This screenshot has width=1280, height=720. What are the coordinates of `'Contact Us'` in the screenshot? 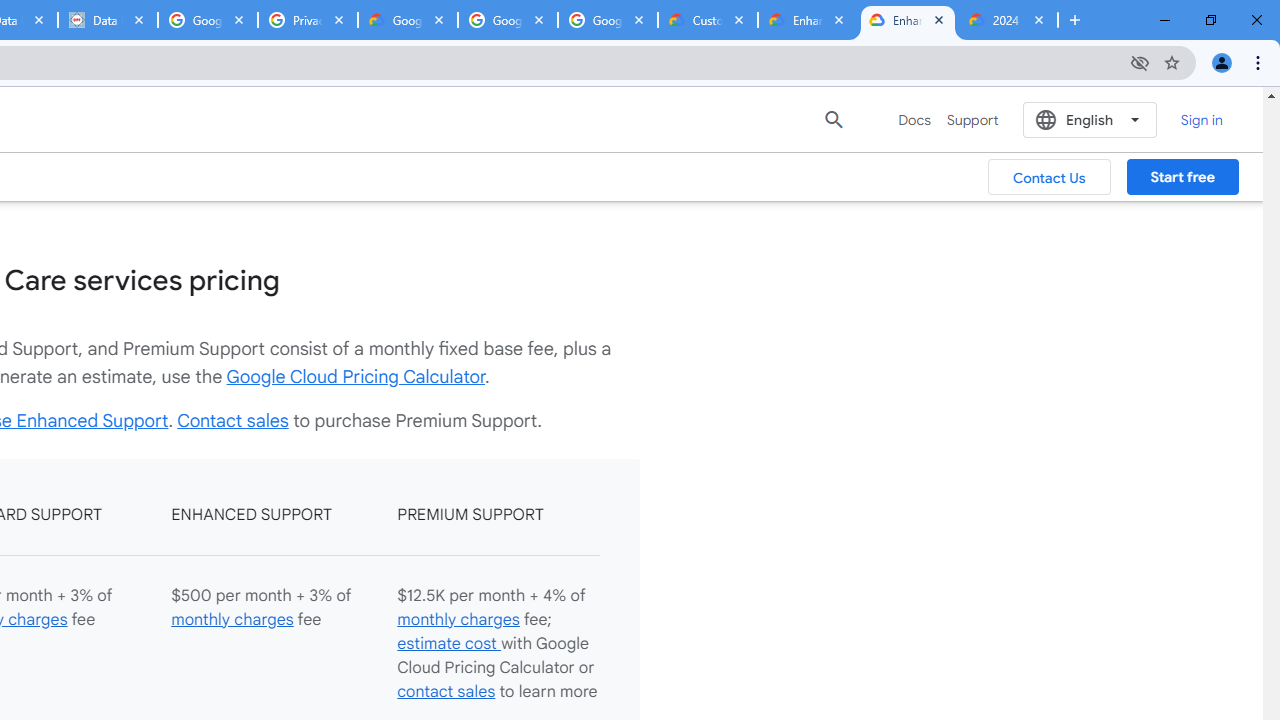 It's located at (1048, 176).